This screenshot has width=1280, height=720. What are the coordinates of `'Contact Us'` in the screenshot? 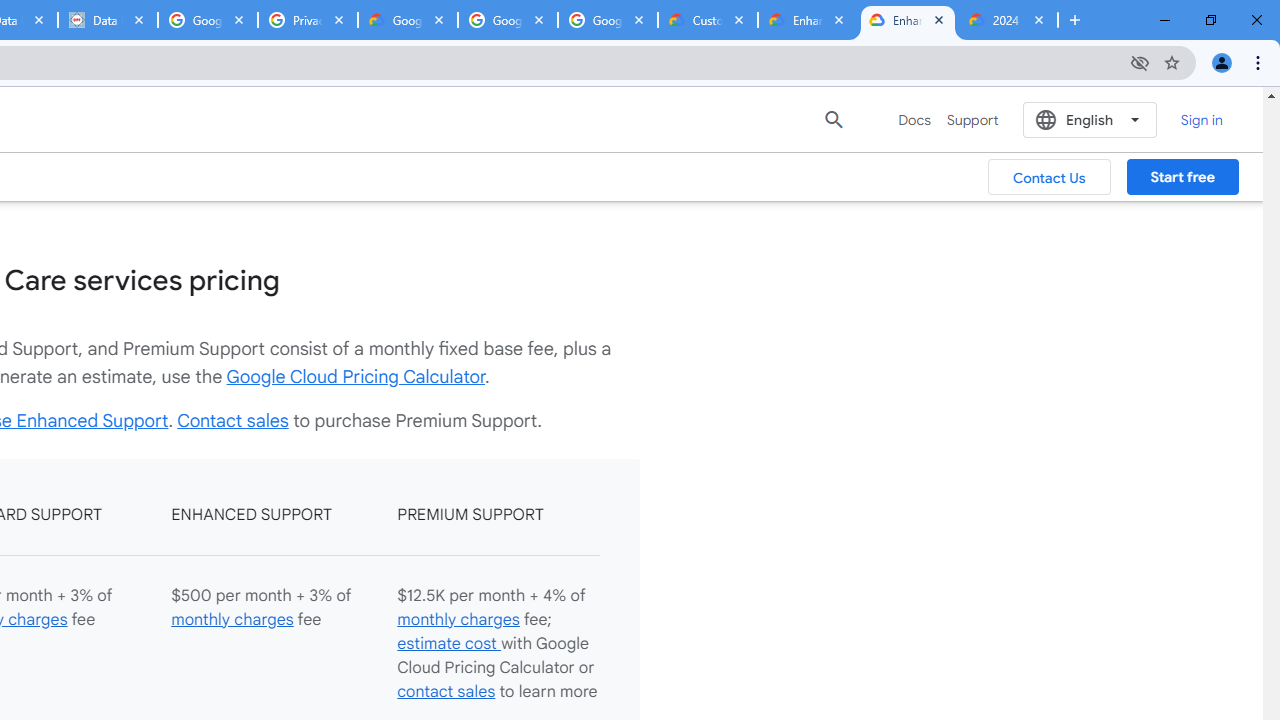 It's located at (1048, 176).